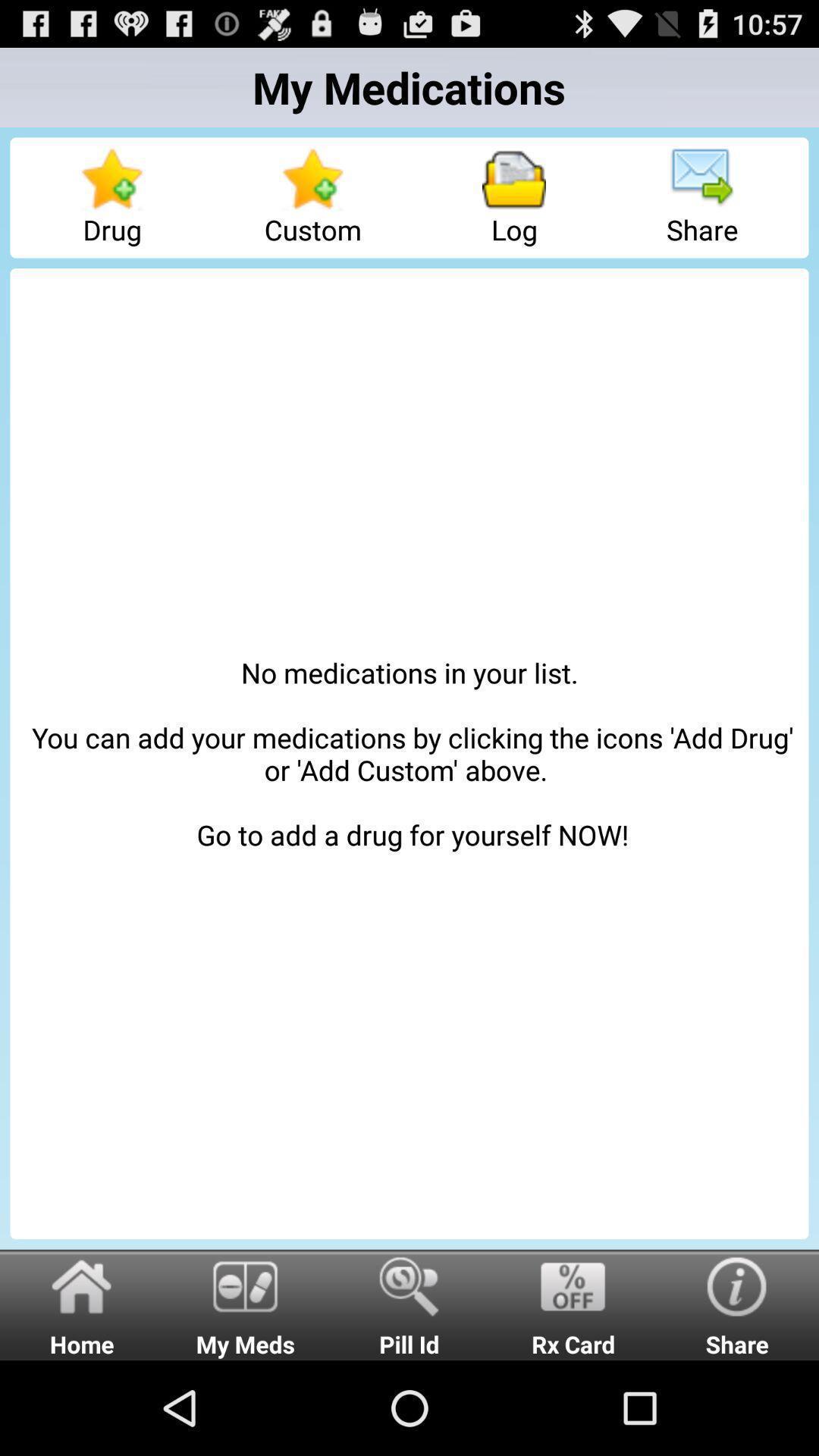 The height and width of the screenshot is (1456, 819). What do you see at coordinates (245, 1304) in the screenshot?
I see `item below the no medications in item` at bounding box center [245, 1304].